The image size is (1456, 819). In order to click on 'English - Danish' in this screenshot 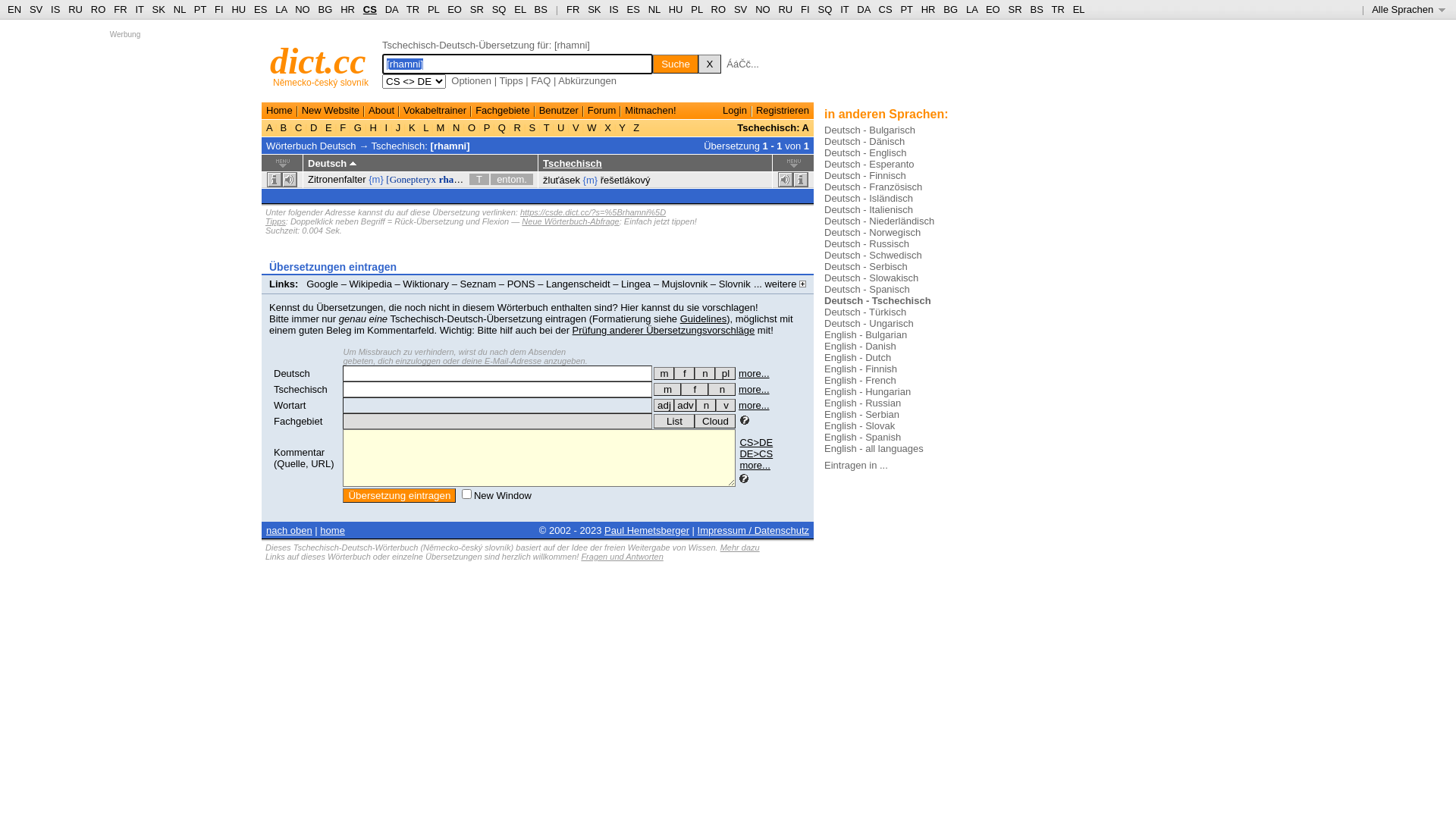, I will do `click(860, 346)`.